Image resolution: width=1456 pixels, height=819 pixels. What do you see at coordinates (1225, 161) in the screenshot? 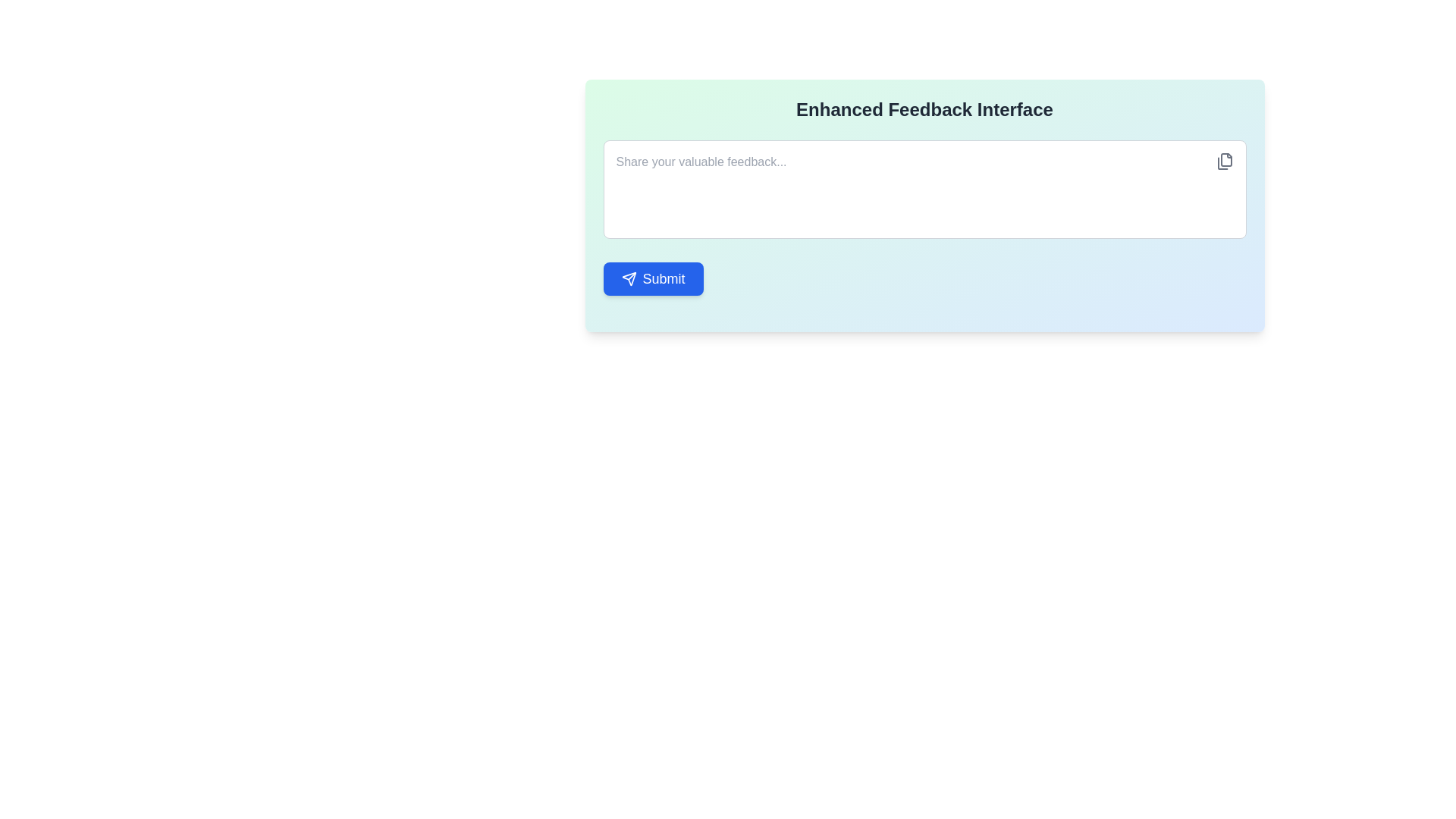
I see `the icon button resembling two overlapping file sheets located at the top-right corner of the feedback text box` at bounding box center [1225, 161].